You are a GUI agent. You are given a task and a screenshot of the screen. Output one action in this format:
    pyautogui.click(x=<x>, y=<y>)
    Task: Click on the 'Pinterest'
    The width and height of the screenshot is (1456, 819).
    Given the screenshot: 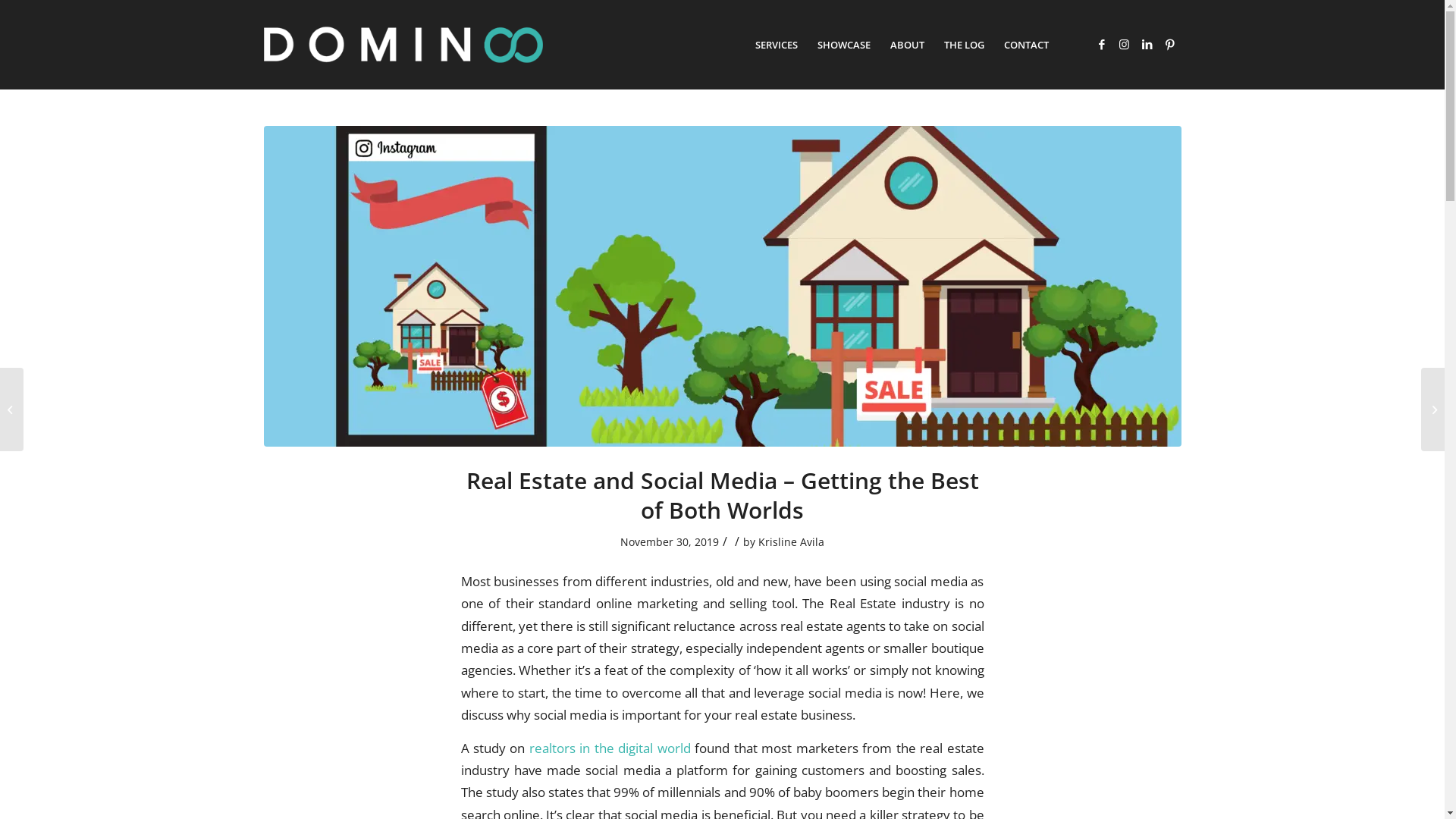 What is the action you would take?
    pyautogui.click(x=1157, y=42)
    